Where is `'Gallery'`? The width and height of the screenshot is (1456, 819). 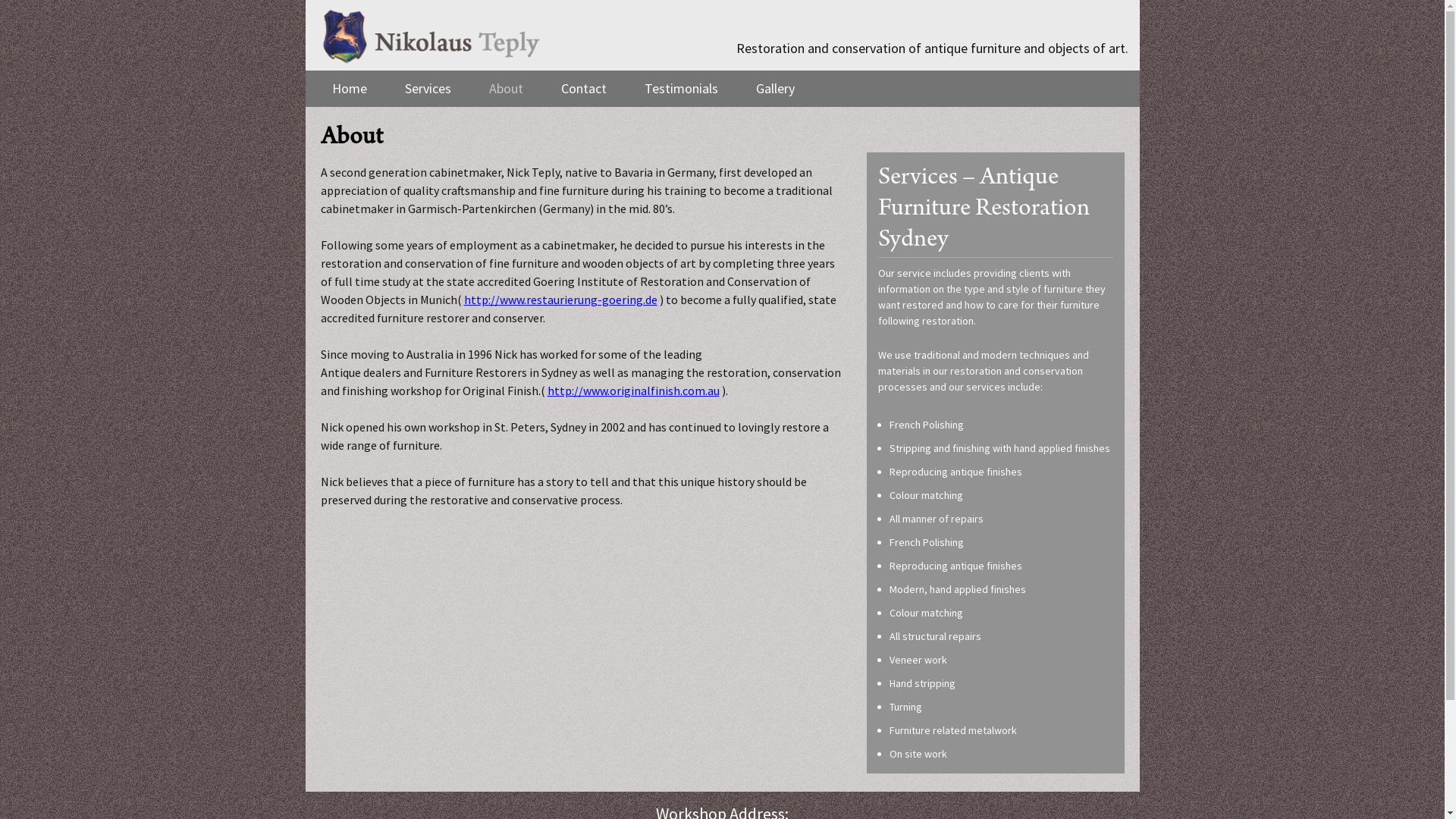 'Gallery' is located at coordinates (774, 88).